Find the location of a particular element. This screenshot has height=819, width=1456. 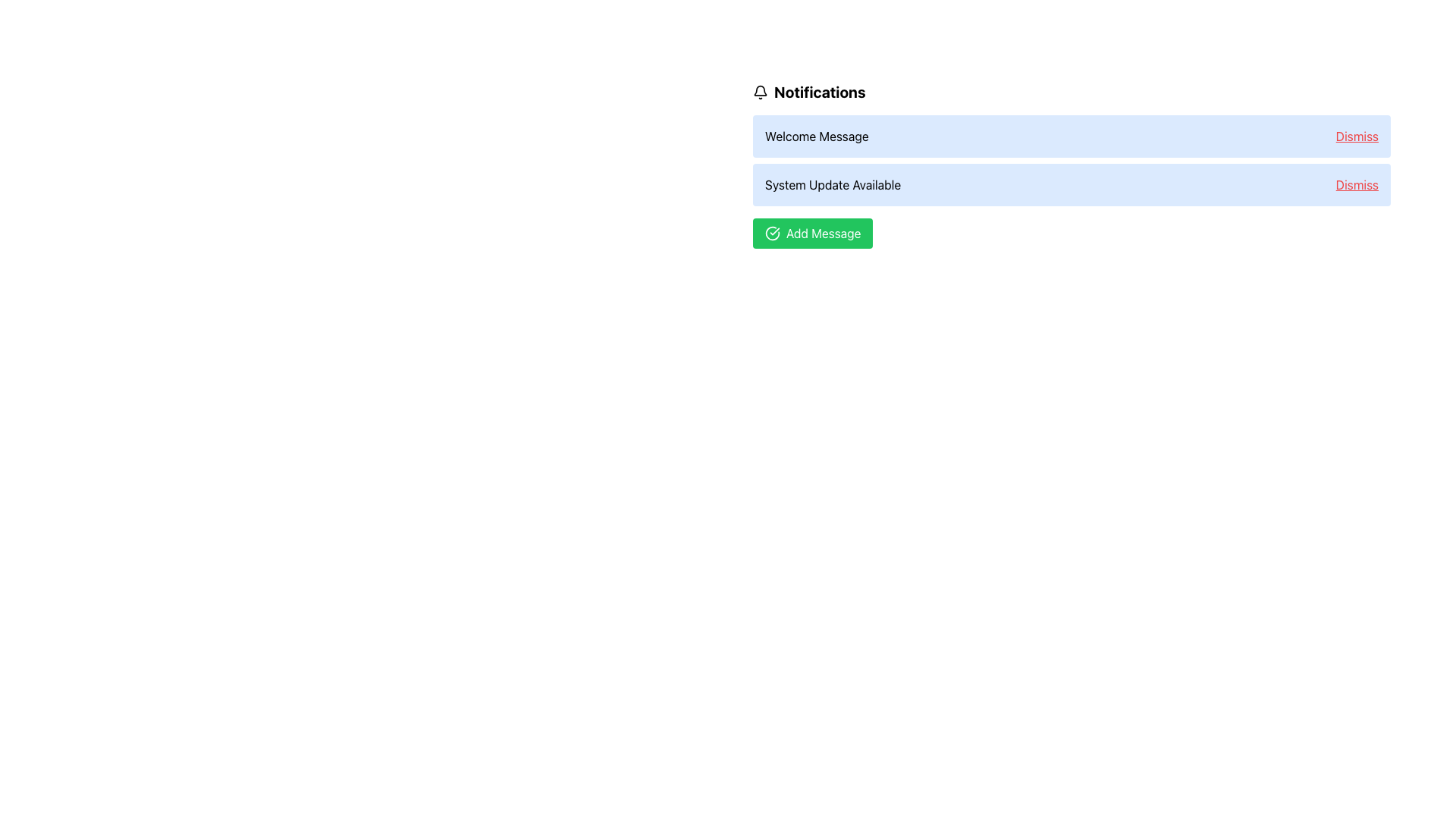

the button located at the bottom of the notification interface, directly beneath the 'System Update Available' notification is located at coordinates (812, 234).